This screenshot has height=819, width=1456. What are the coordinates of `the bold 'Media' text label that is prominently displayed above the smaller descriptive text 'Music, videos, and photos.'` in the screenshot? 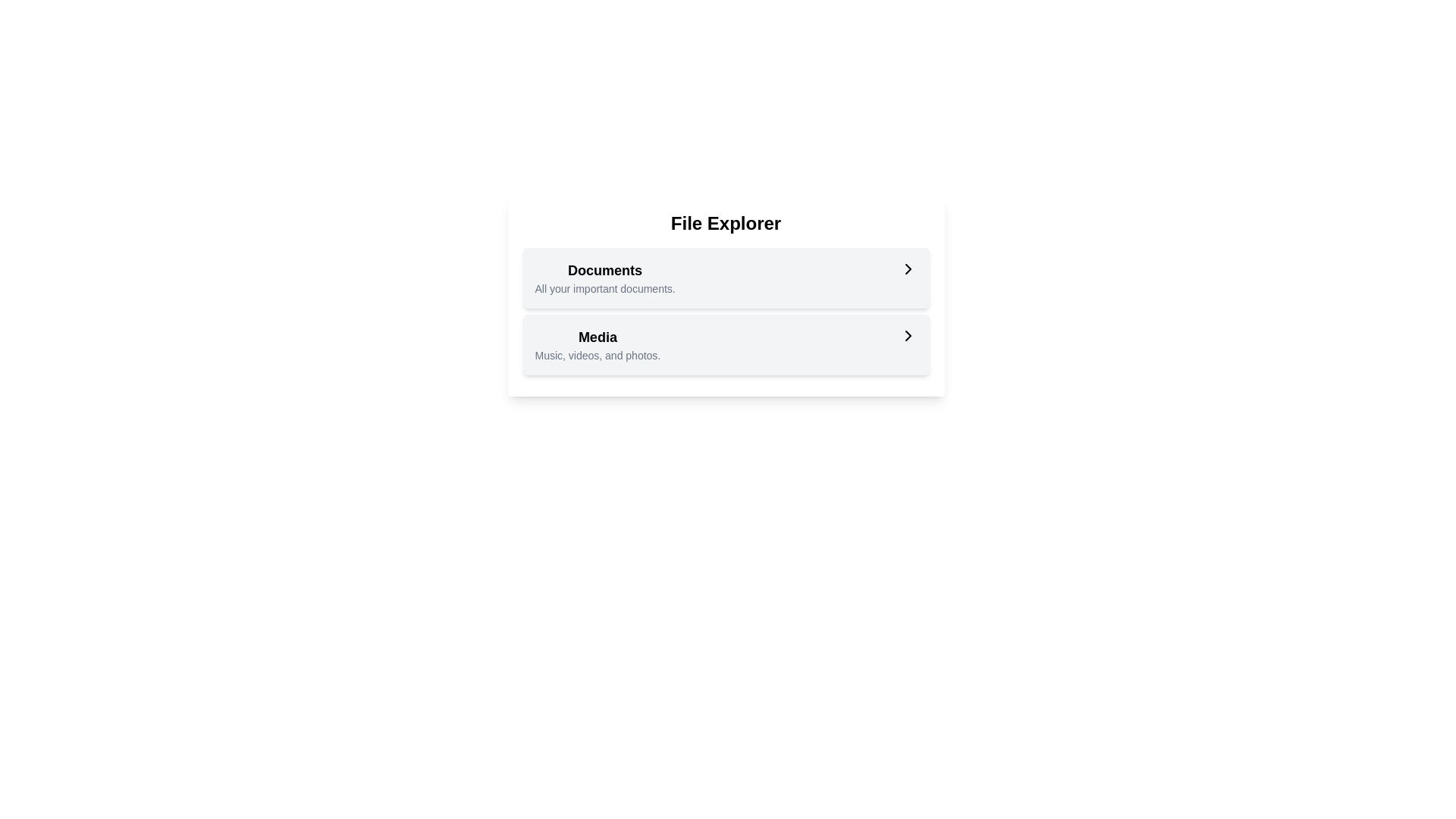 It's located at (597, 336).